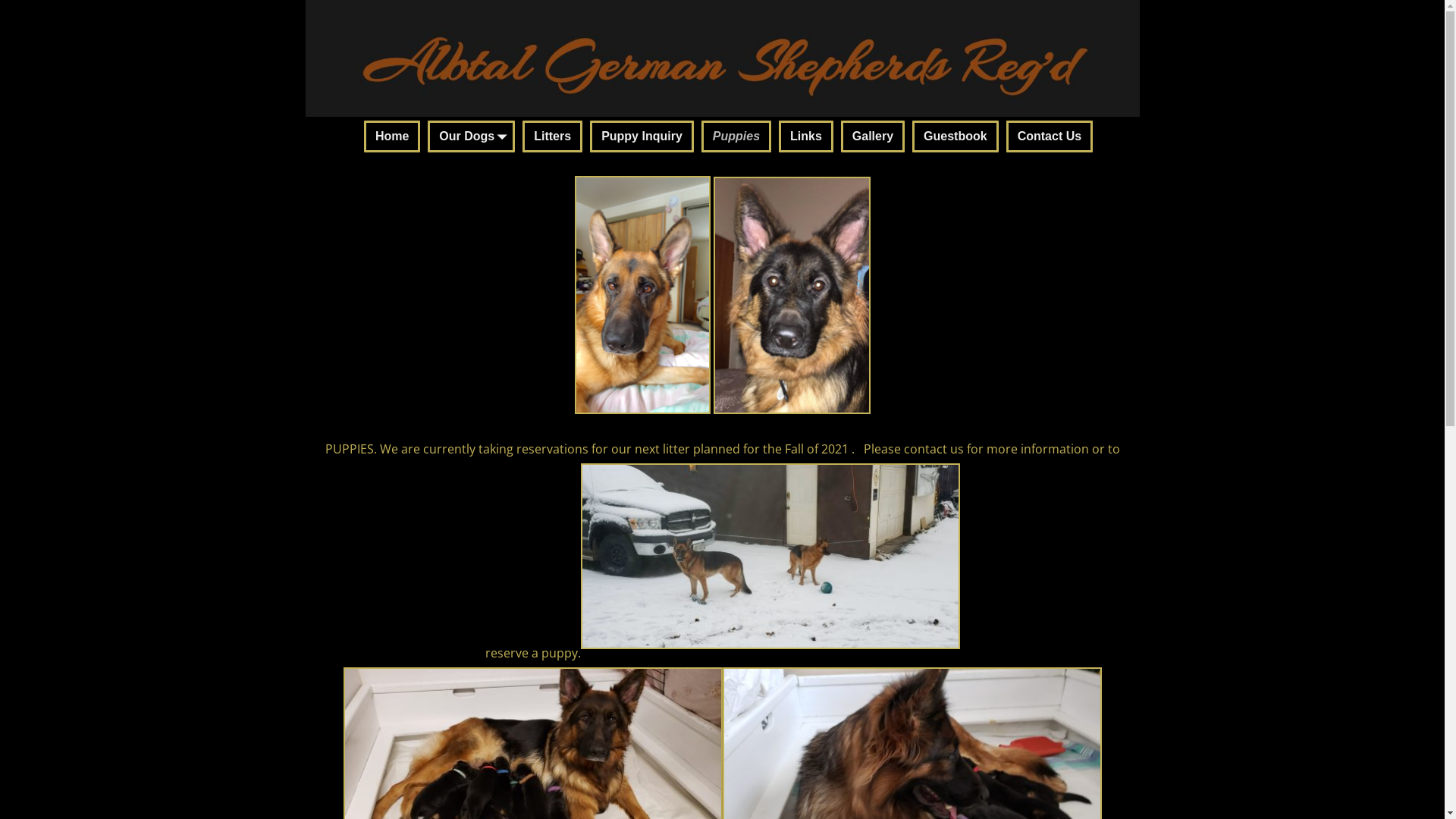  I want to click on 'Puppies', so click(736, 135).